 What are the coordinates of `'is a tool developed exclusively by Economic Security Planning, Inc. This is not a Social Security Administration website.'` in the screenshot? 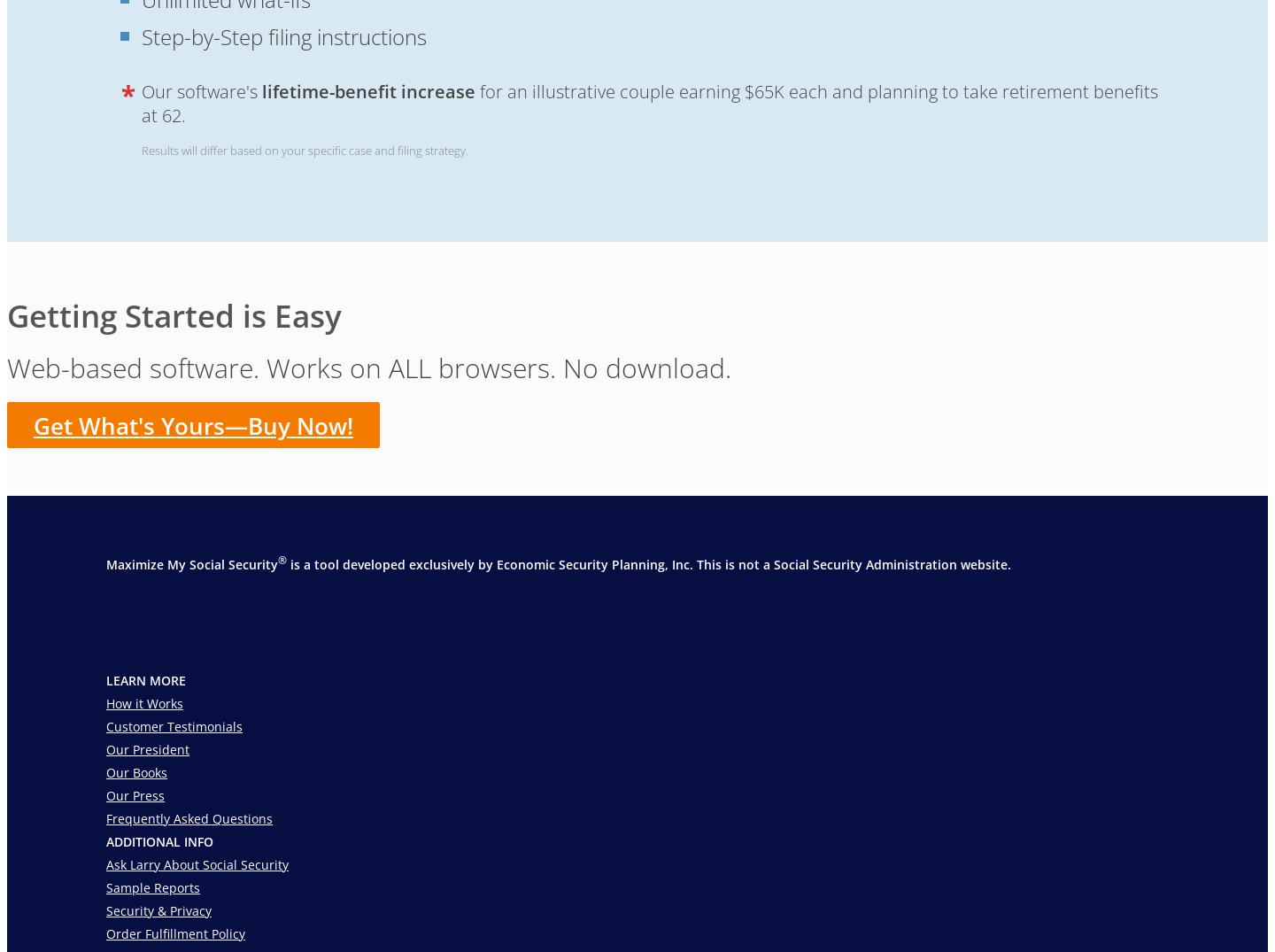 It's located at (647, 564).